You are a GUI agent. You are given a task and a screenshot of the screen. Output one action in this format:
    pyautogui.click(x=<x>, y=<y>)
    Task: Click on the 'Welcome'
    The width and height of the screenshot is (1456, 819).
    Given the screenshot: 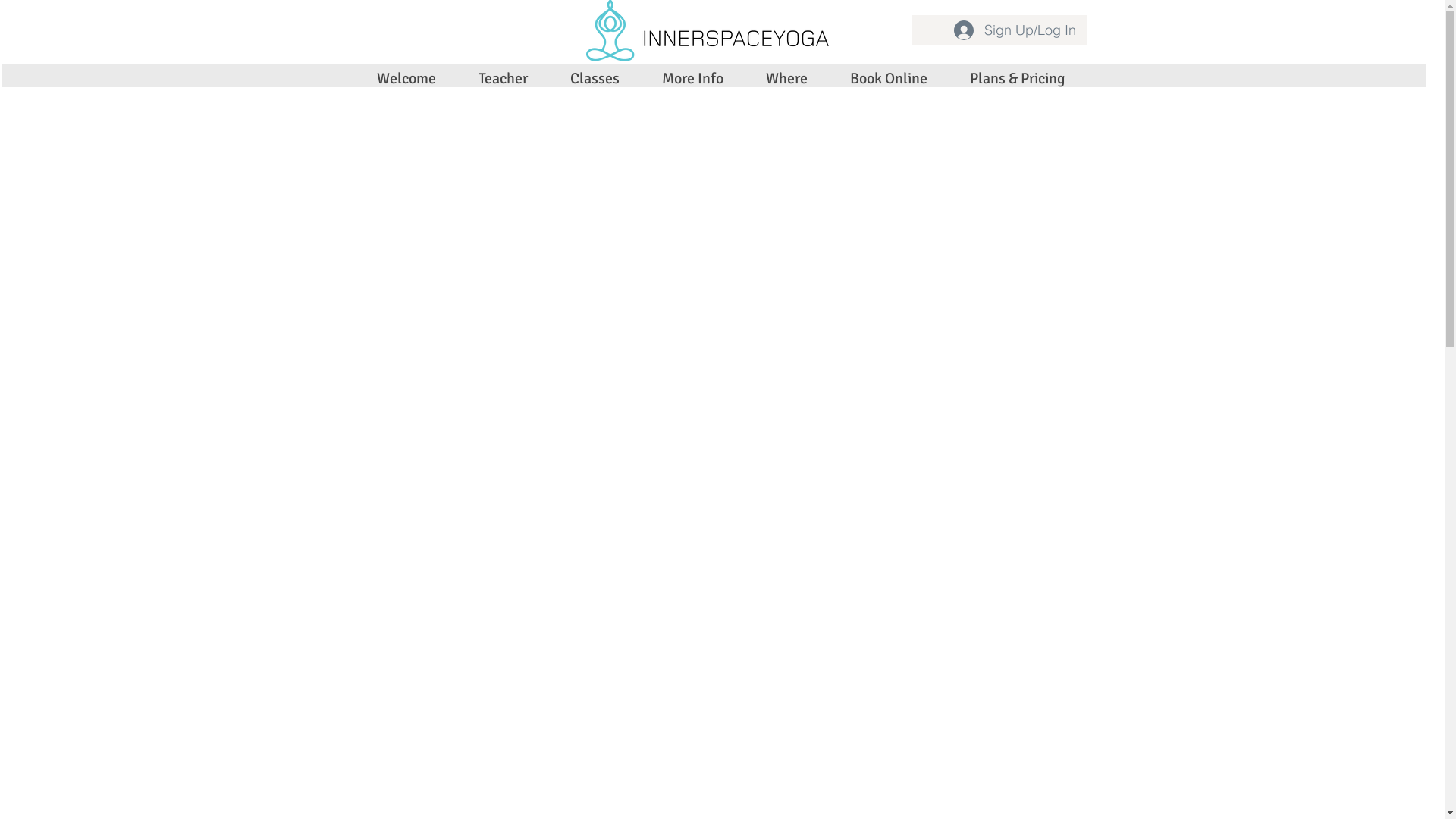 What is the action you would take?
    pyautogui.click(x=406, y=79)
    